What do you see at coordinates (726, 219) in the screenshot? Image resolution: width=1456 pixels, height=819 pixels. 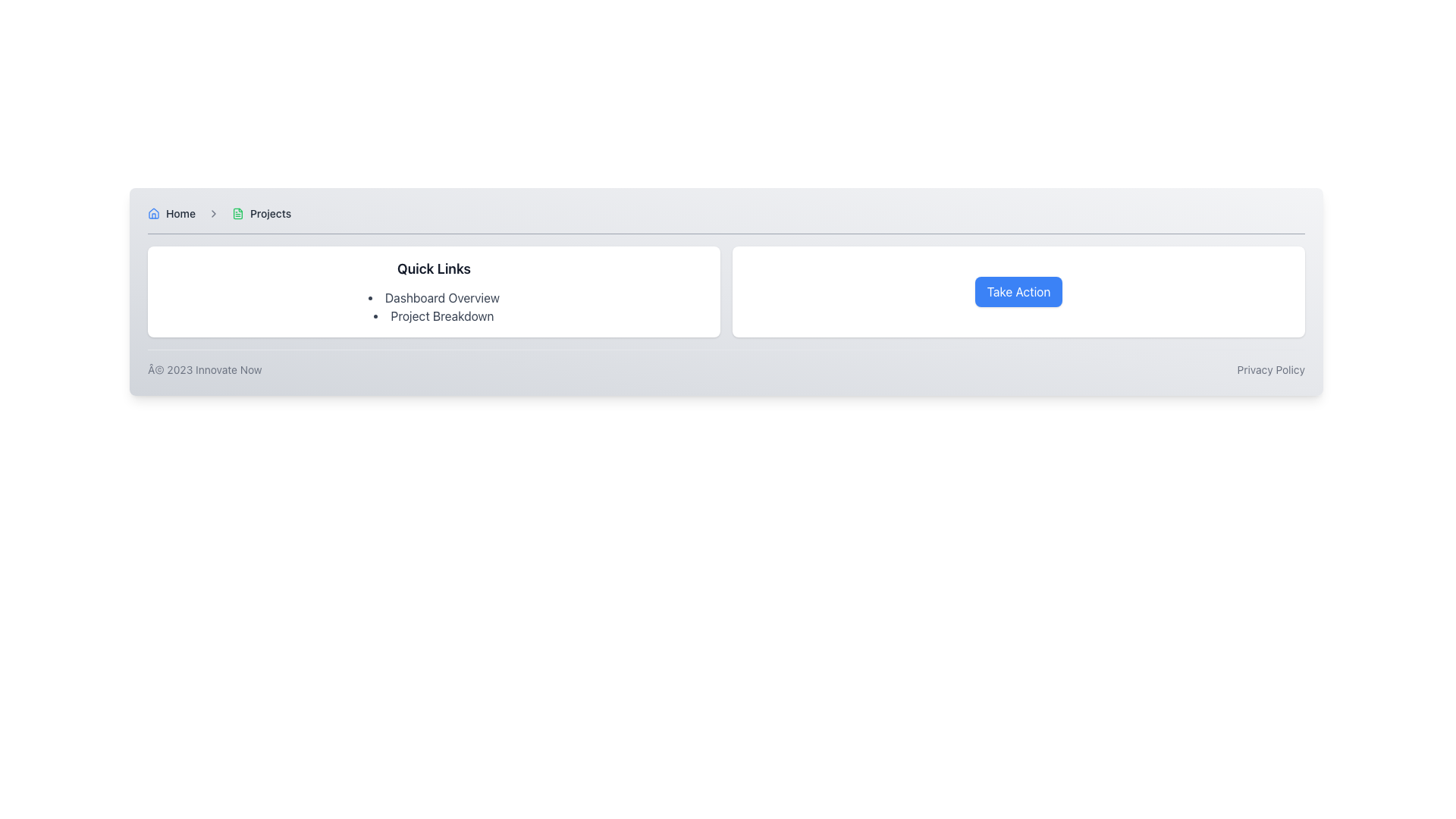 I see `the Breadcrumb Navigation Bar located at the upper-central portion of the interface` at bounding box center [726, 219].